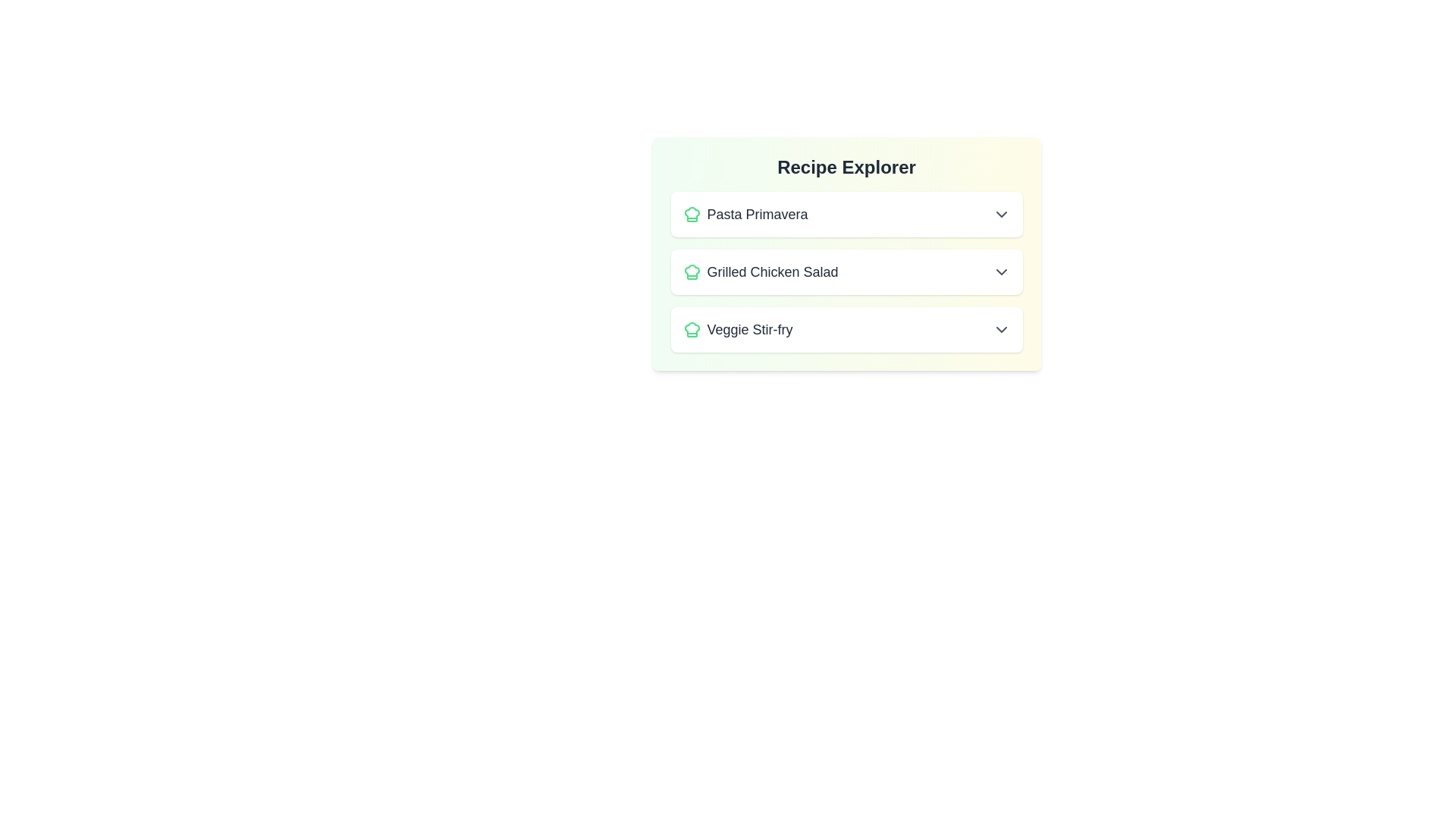 The width and height of the screenshot is (1456, 819). What do you see at coordinates (1001, 214) in the screenshot?
I see `the button with the 'ChevronUp' icon to collapse the expanded recipe` at bounding box center [1001, 214].